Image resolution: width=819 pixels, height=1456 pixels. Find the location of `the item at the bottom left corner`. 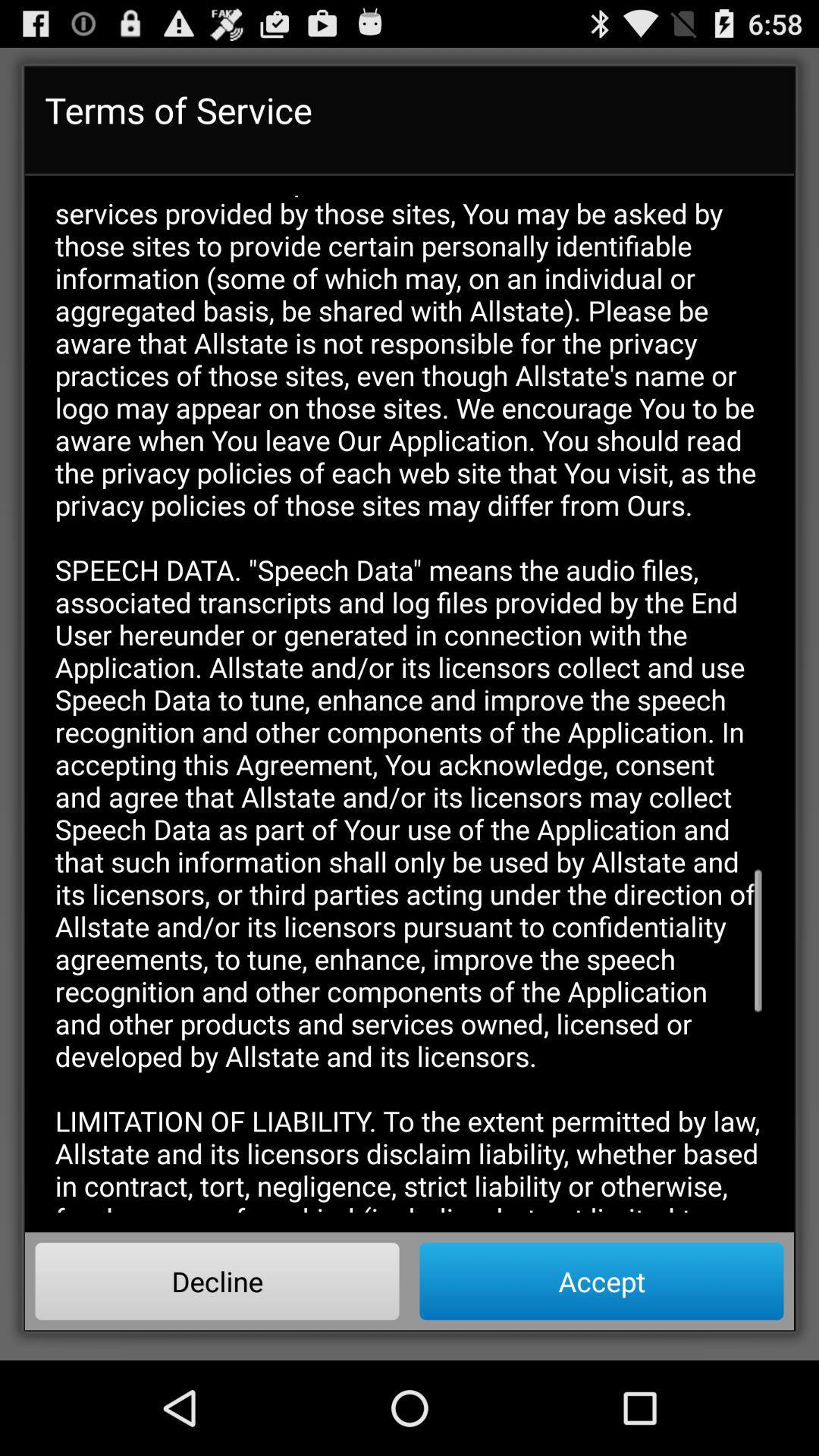

the item at the bottom left corner is located at coordinates (217, 1280).